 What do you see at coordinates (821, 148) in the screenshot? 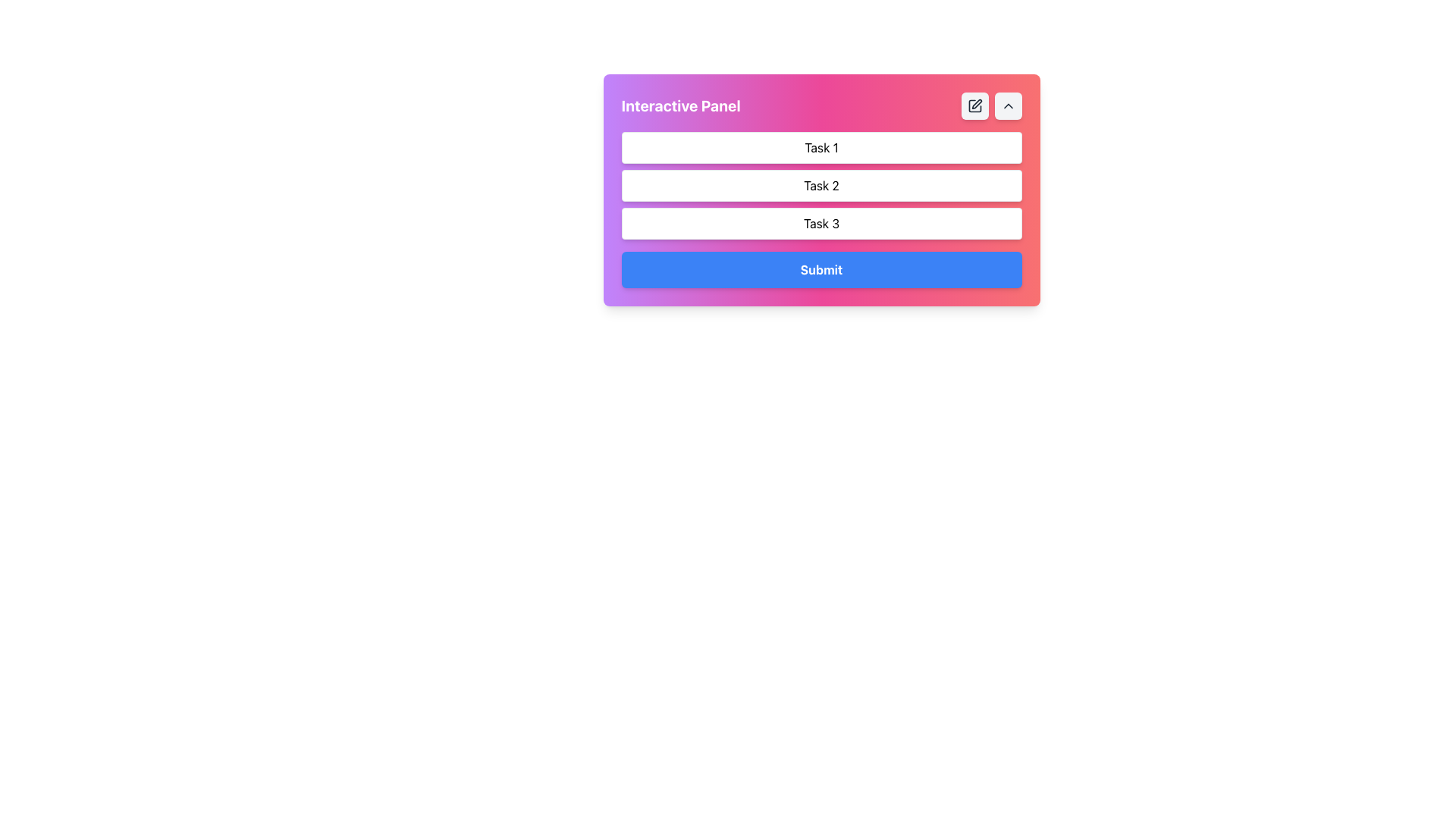
I see `the rectangular white text box labeled 'Task 1'` at bounding box center [821, 148].